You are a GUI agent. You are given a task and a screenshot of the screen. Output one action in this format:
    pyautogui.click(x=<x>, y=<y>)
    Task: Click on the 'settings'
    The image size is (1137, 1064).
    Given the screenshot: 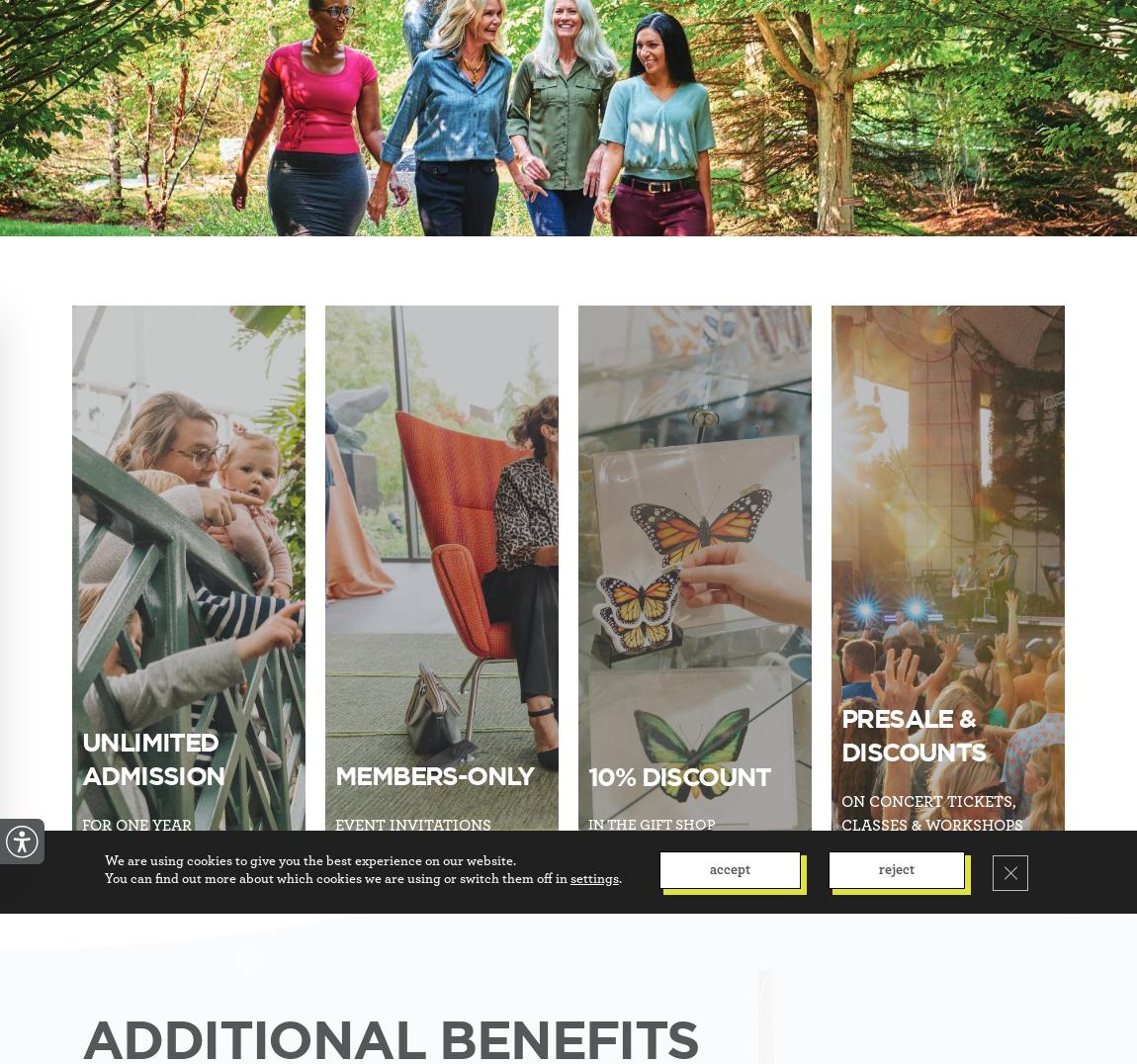 What is the action you would take?
    pyautogui.click(x=568, y=878)
    